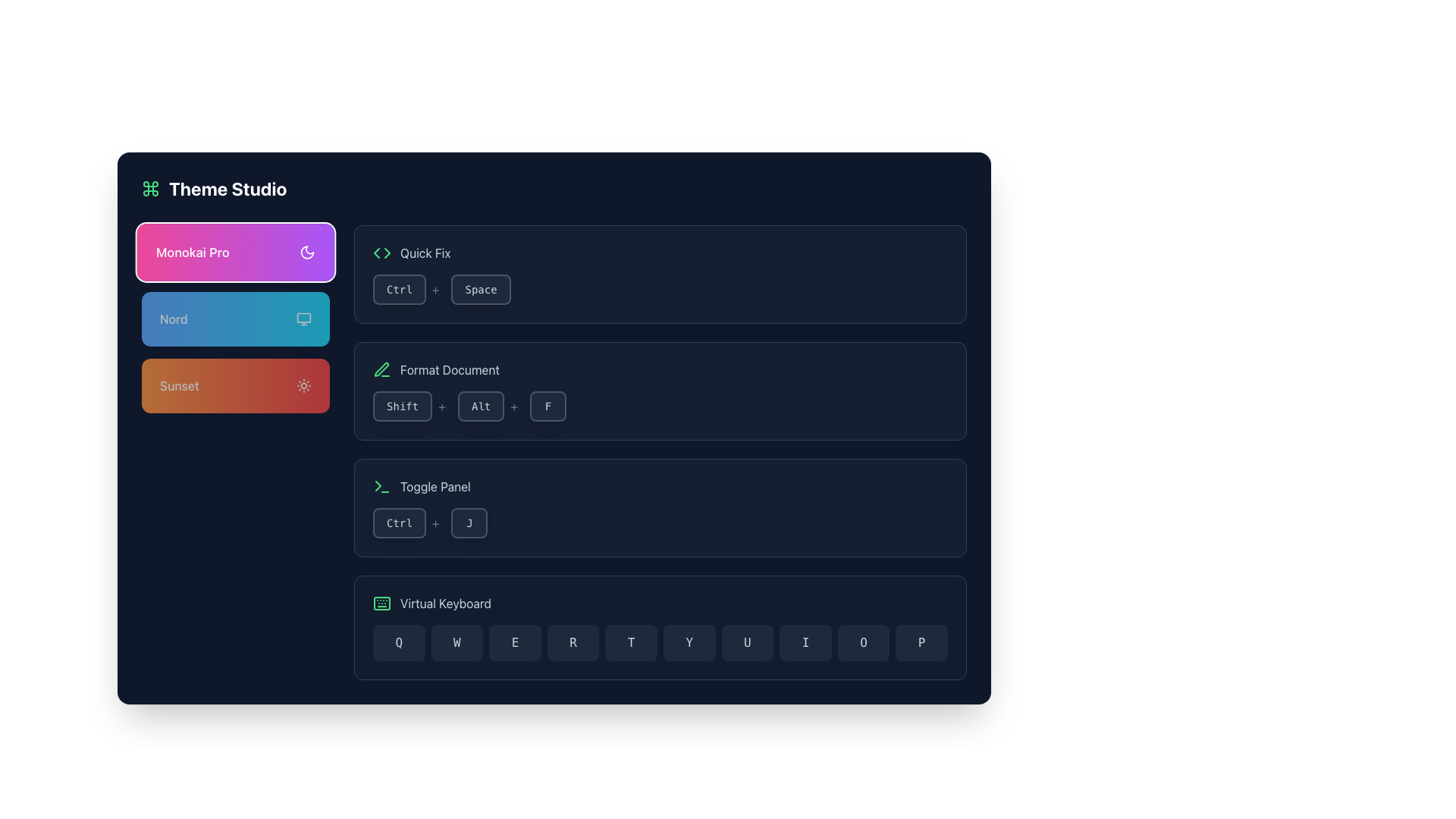 Image resolution: width=1456 pixels, height=819 pixels. Describe the element at coordinates (235, 318) in the screenshot. I see `the 'Nord' theme selection button located in the left sidebar, which is the second button from the top, to trigger the tooltip or styling effects` at that location.